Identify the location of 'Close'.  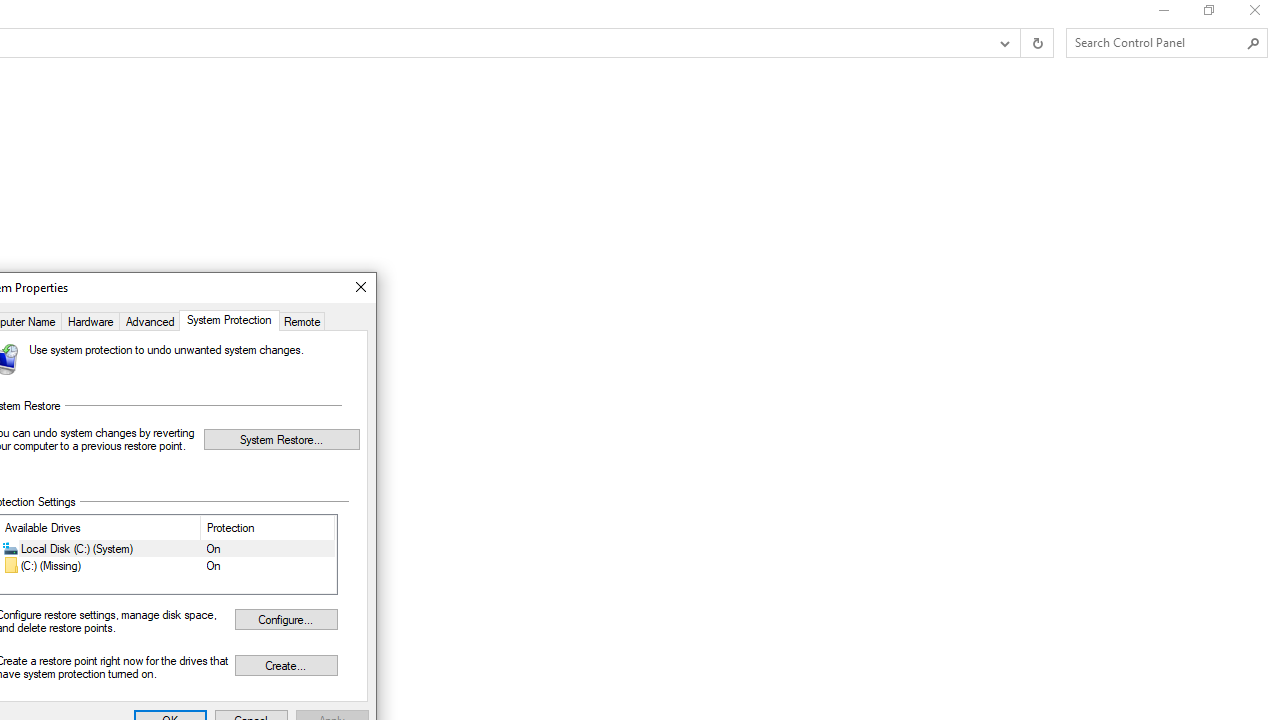
(360, 288).